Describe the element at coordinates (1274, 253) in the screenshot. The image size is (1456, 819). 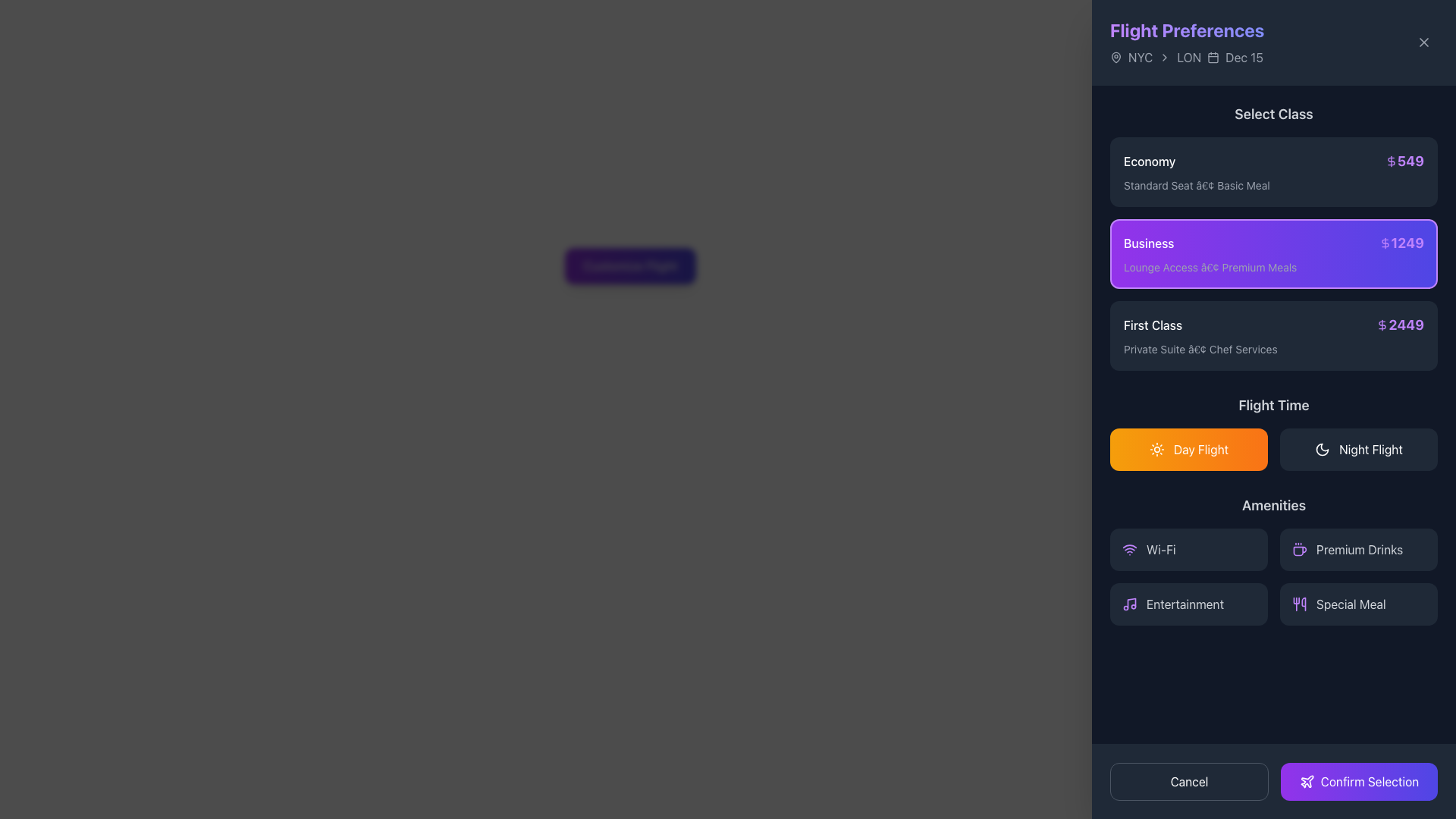
I see `the 'Business' class selection button located below the 'Economy' option and above the 'First Class' option for accessibility navigation` at that location.